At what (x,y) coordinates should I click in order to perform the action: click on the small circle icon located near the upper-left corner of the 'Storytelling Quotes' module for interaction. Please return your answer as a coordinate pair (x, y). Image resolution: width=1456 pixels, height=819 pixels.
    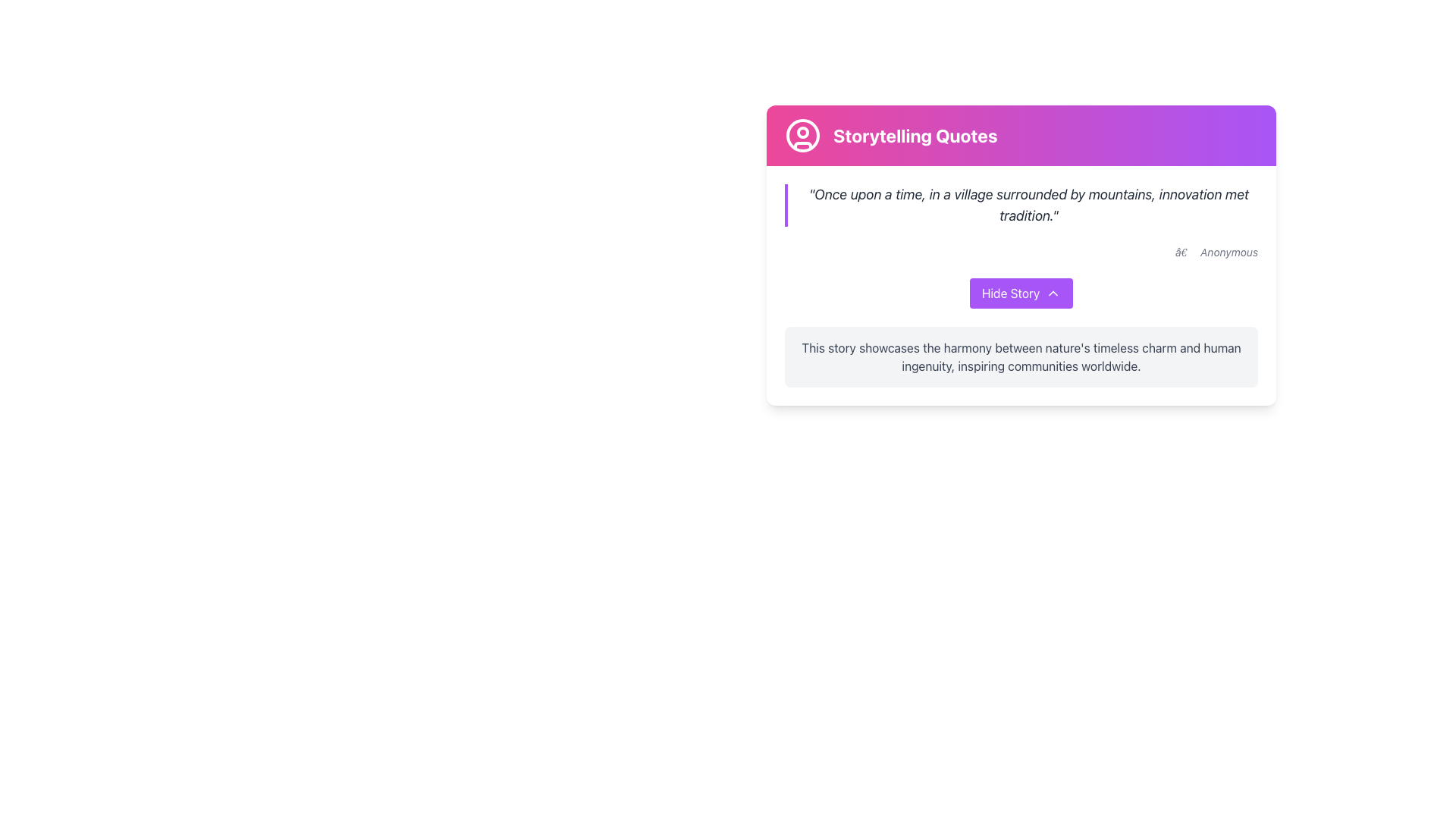
    Looking at the image, I should click on (802, 131).